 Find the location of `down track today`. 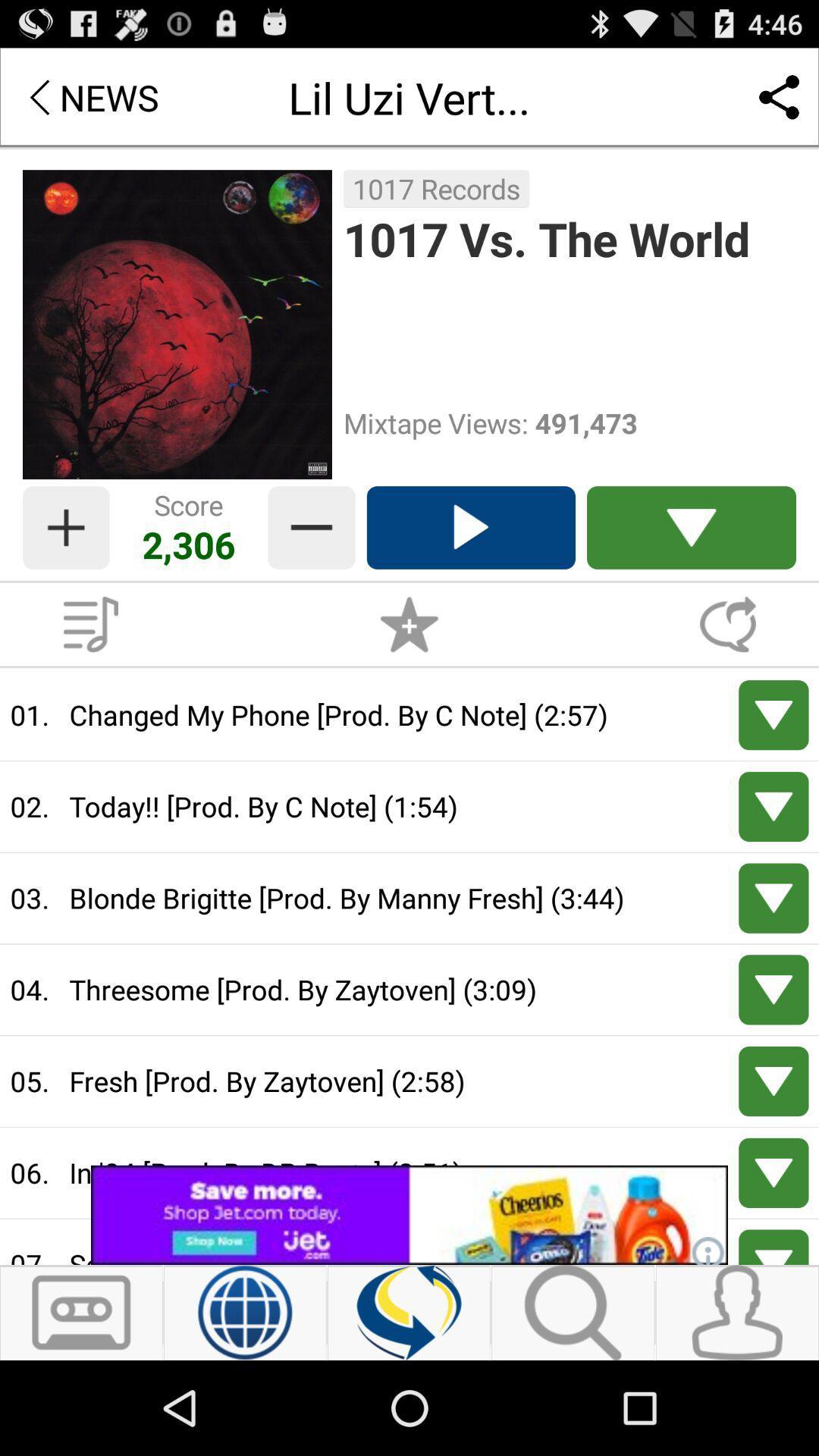

down track today is located at coordinates (773, 805).